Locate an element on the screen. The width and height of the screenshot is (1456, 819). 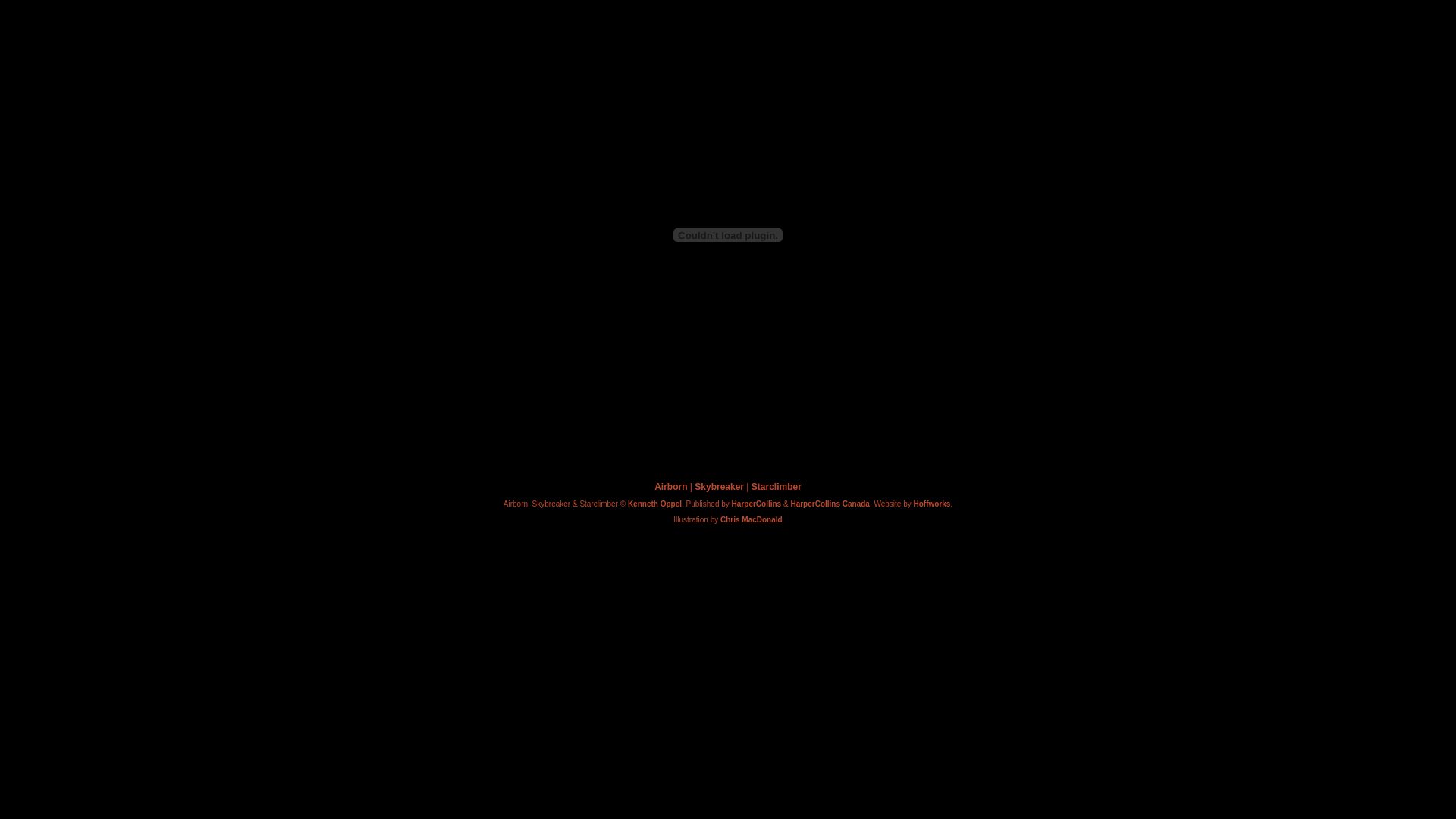
'Skybreaker' is located at coordinates (718, 486).